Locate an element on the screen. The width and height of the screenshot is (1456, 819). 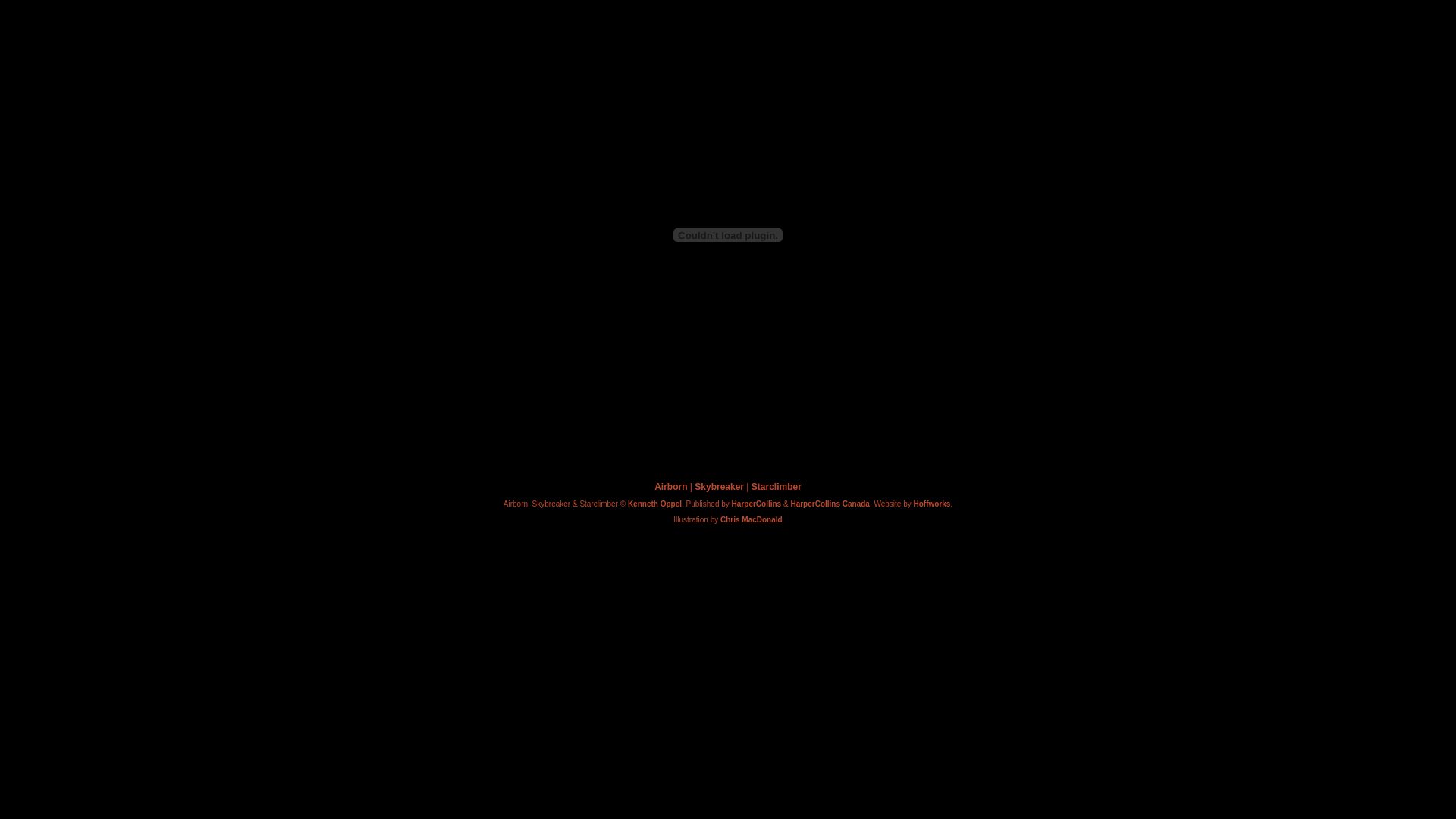
'Skybreaker' is located at coordinates (718, 486).